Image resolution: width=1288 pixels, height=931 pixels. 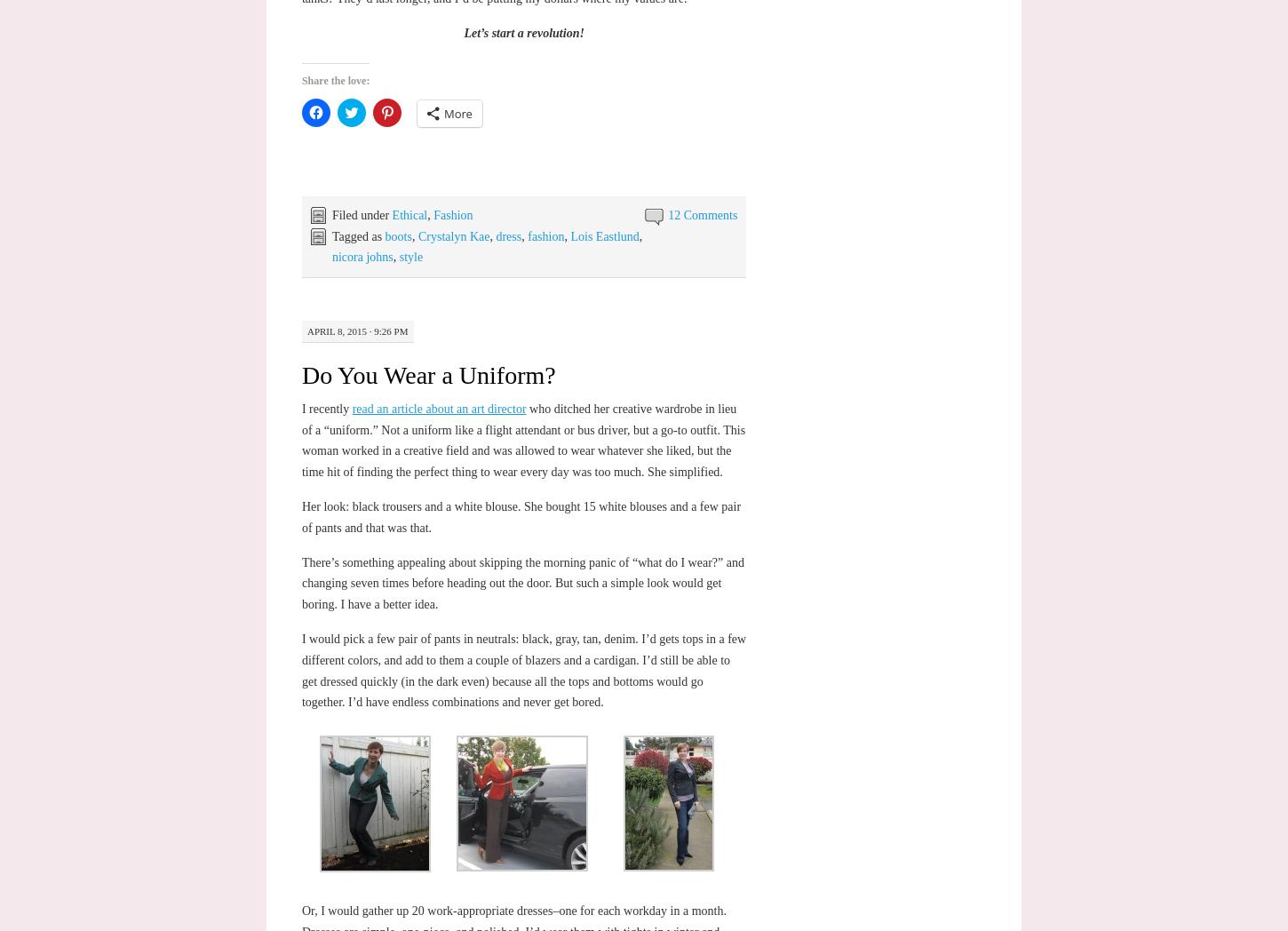 What do you see at coordinates (355, 330) in the screenshot?
I see `'April 8, 2015 · 9:26 pm'` at bounding box center [355, 330].